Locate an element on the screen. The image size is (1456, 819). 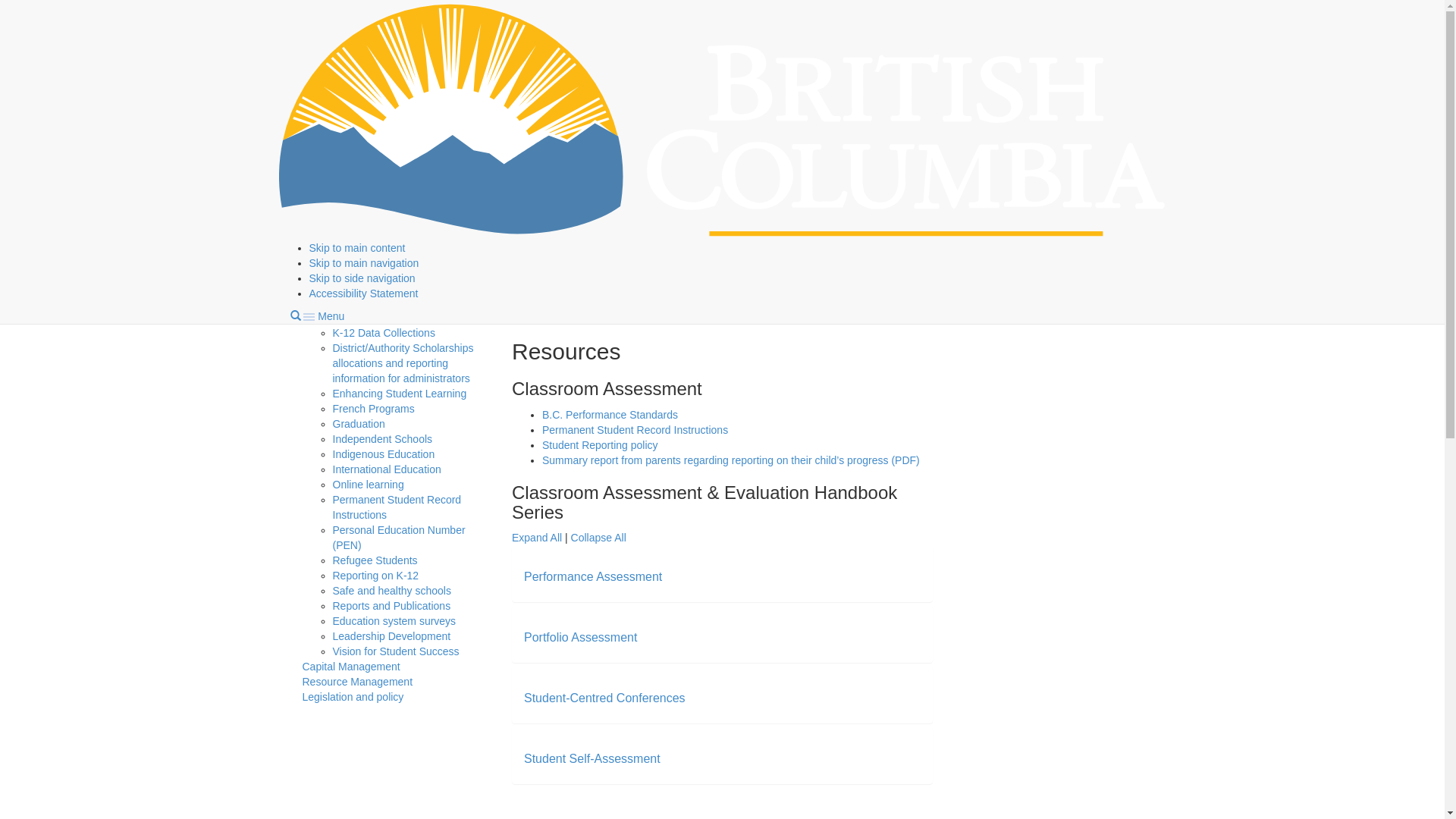
'Curriculum.Assessment@gov.bc.ca' is located at coordinates (1038, 171).